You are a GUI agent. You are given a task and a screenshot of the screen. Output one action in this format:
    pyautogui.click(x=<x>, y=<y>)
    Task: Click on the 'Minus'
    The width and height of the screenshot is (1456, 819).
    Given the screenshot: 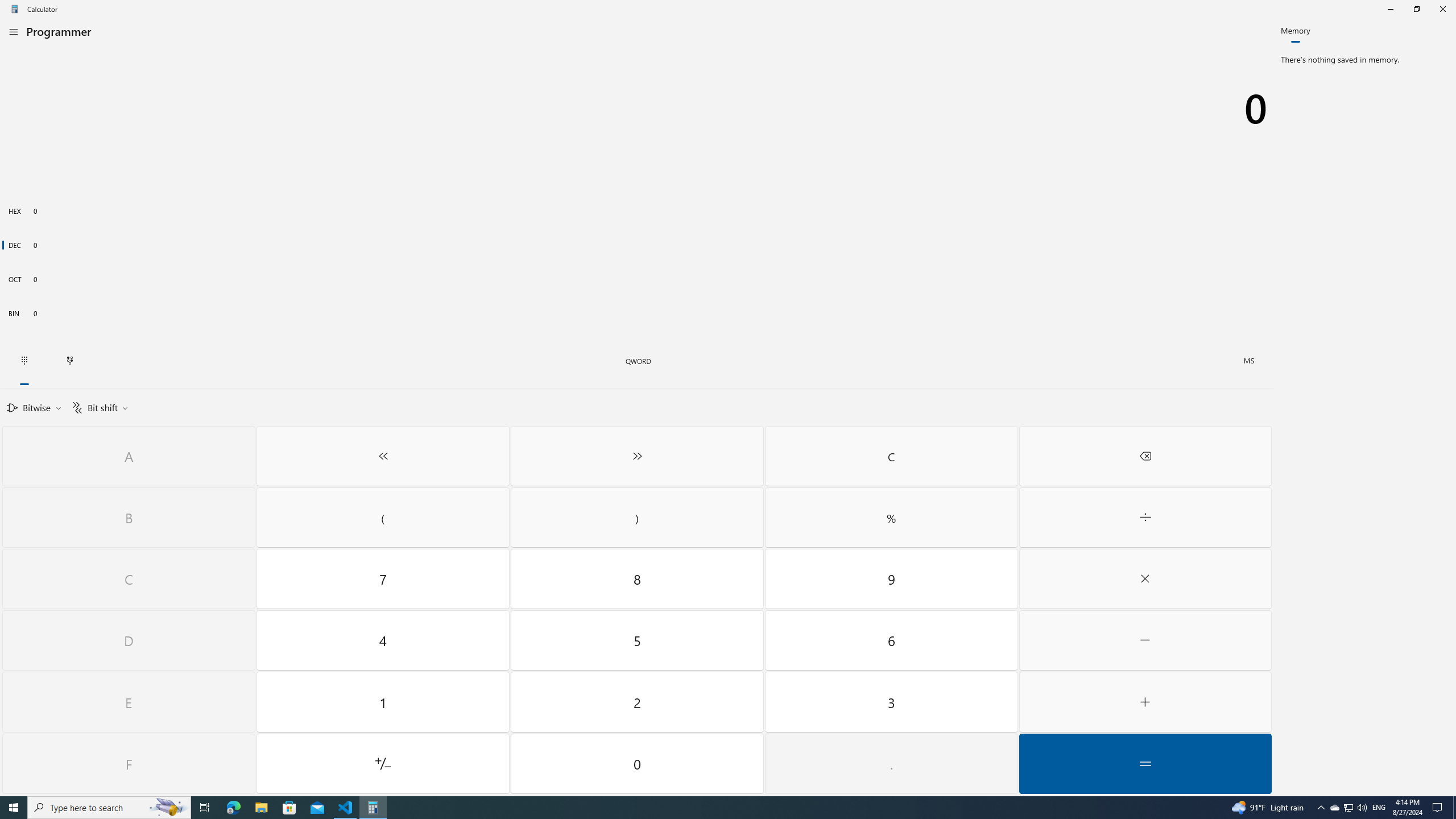 What is the action you would take?
    pyautogui.click(x=1145, y=640)
    